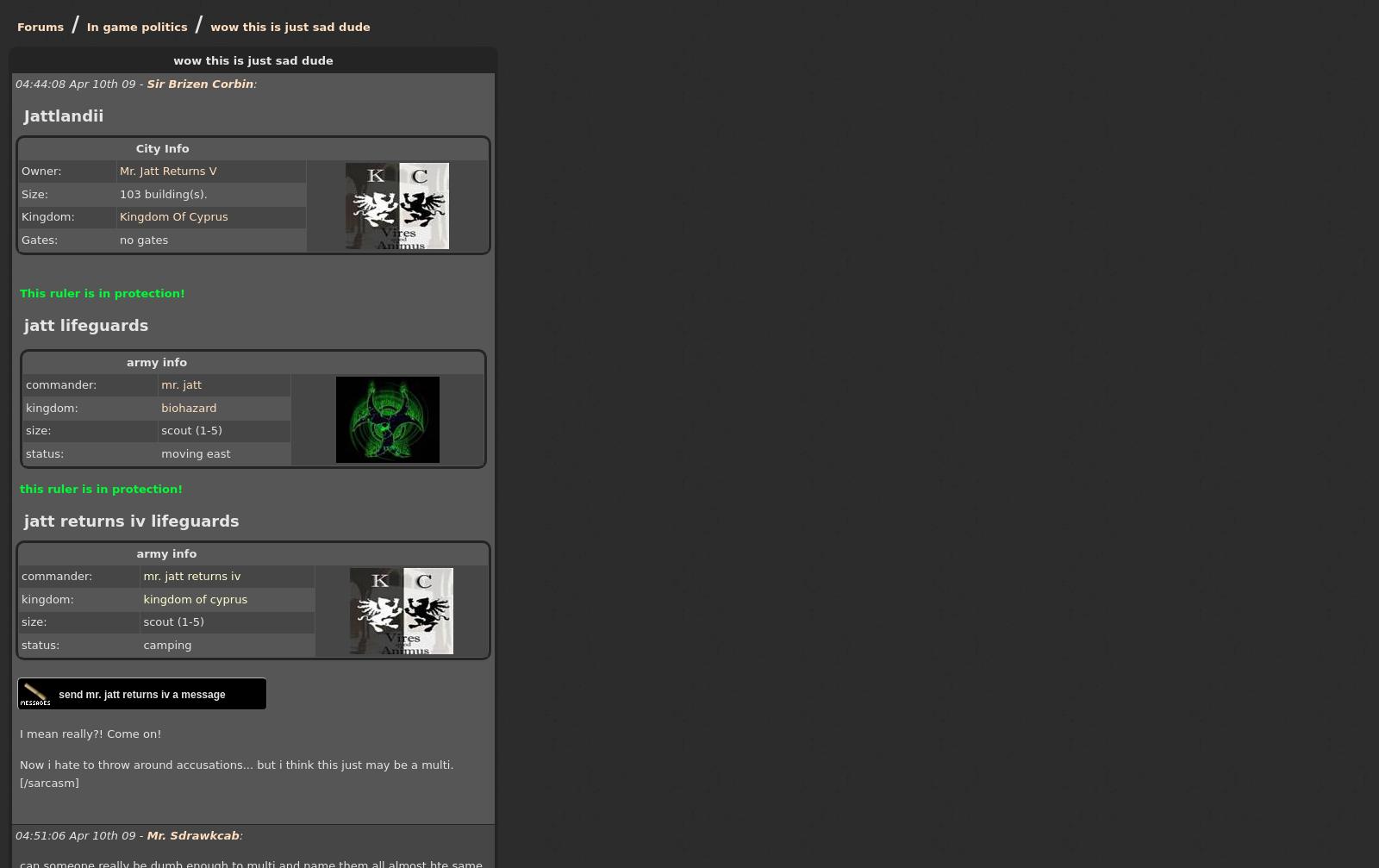 Image resolution: width=1379 pixels, height=868 pixels. Describe the element at coordinates (89, 733) in the screenshot. I see `'I mean really?! Come on!'` at that location.